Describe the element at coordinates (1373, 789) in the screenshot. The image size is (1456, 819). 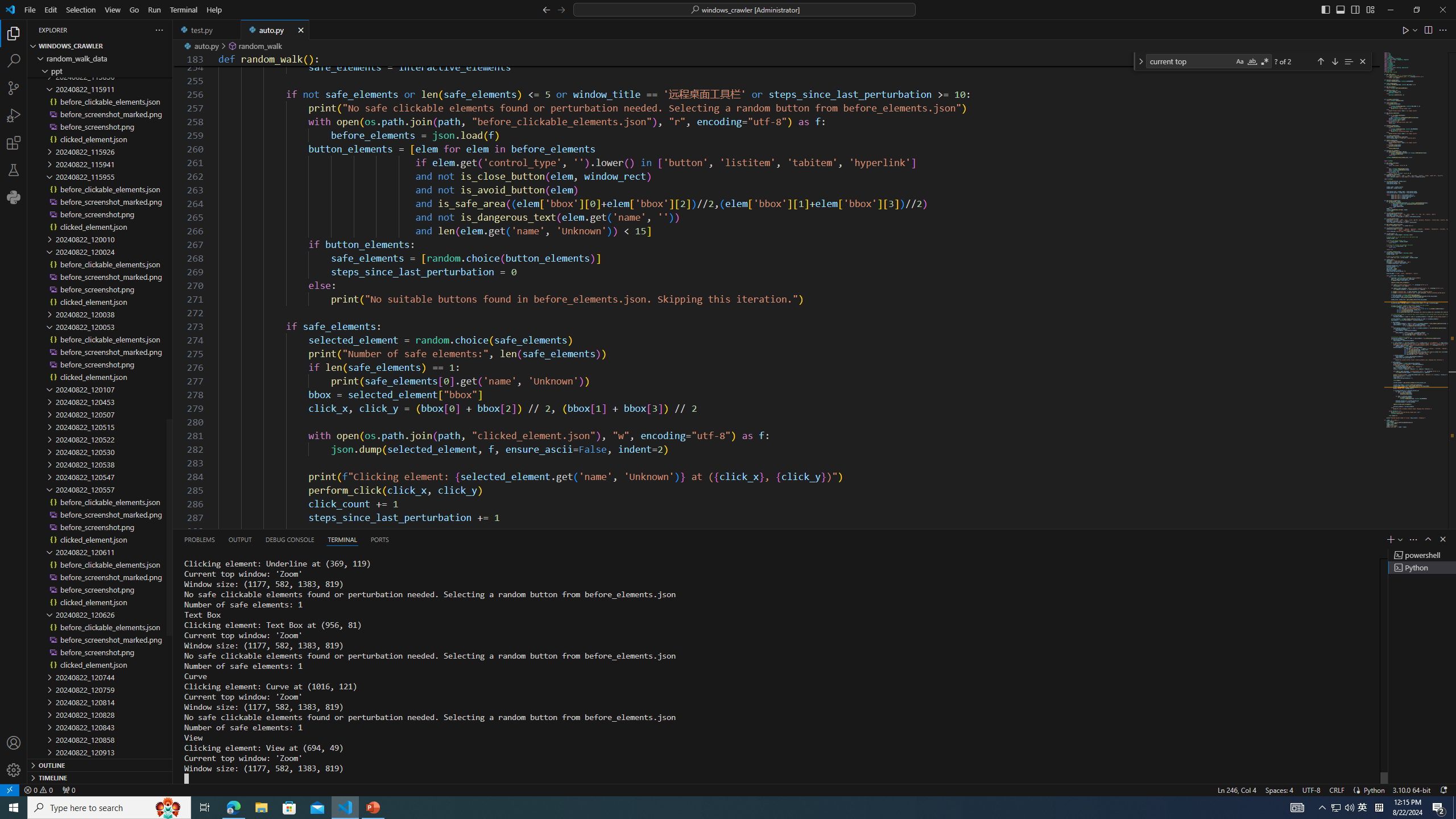
I see `'Python'` at that location.